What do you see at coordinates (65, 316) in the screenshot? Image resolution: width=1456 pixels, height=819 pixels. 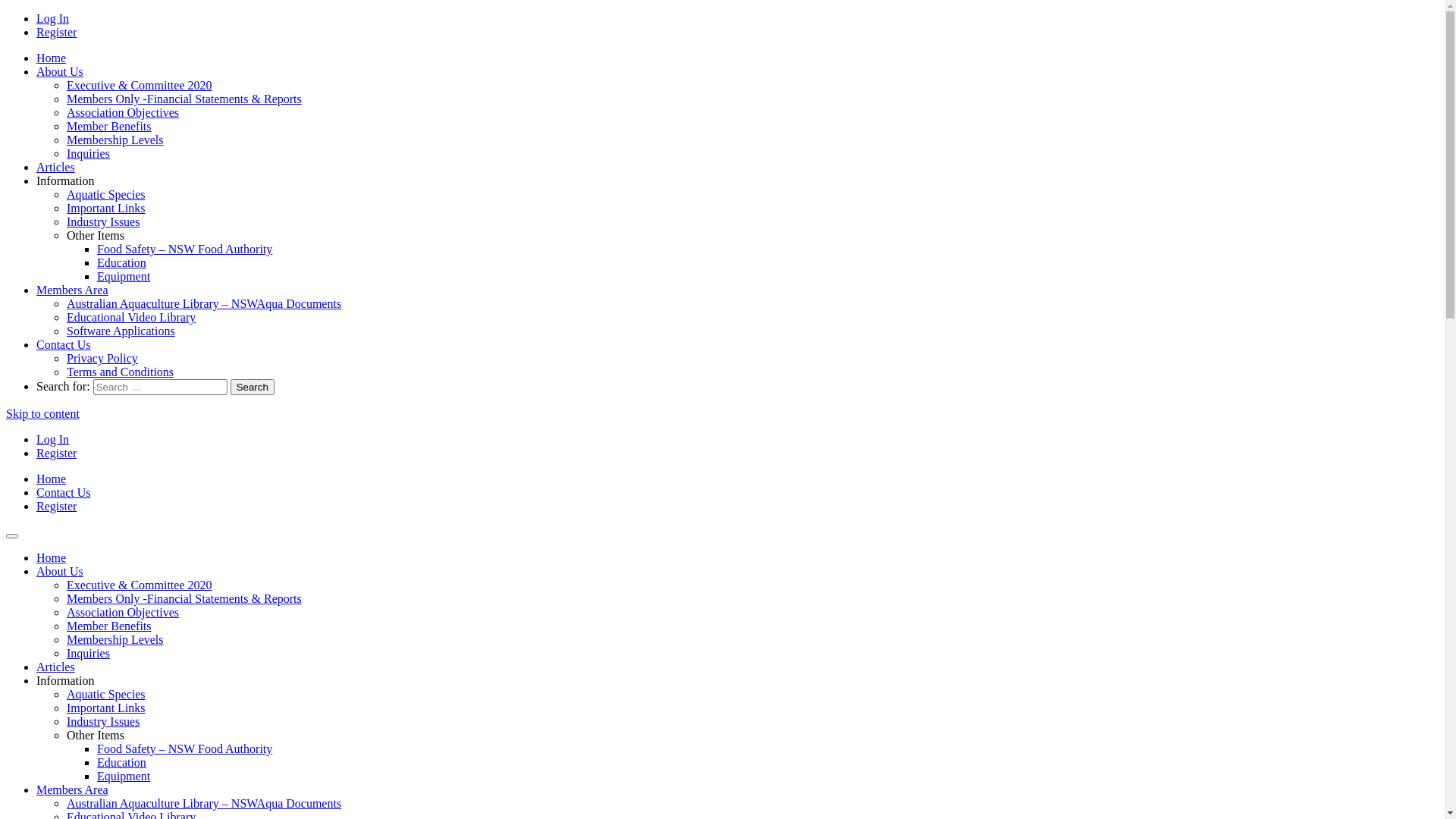 I see `'Educational Video Library'` at bounding box center [65, 316].